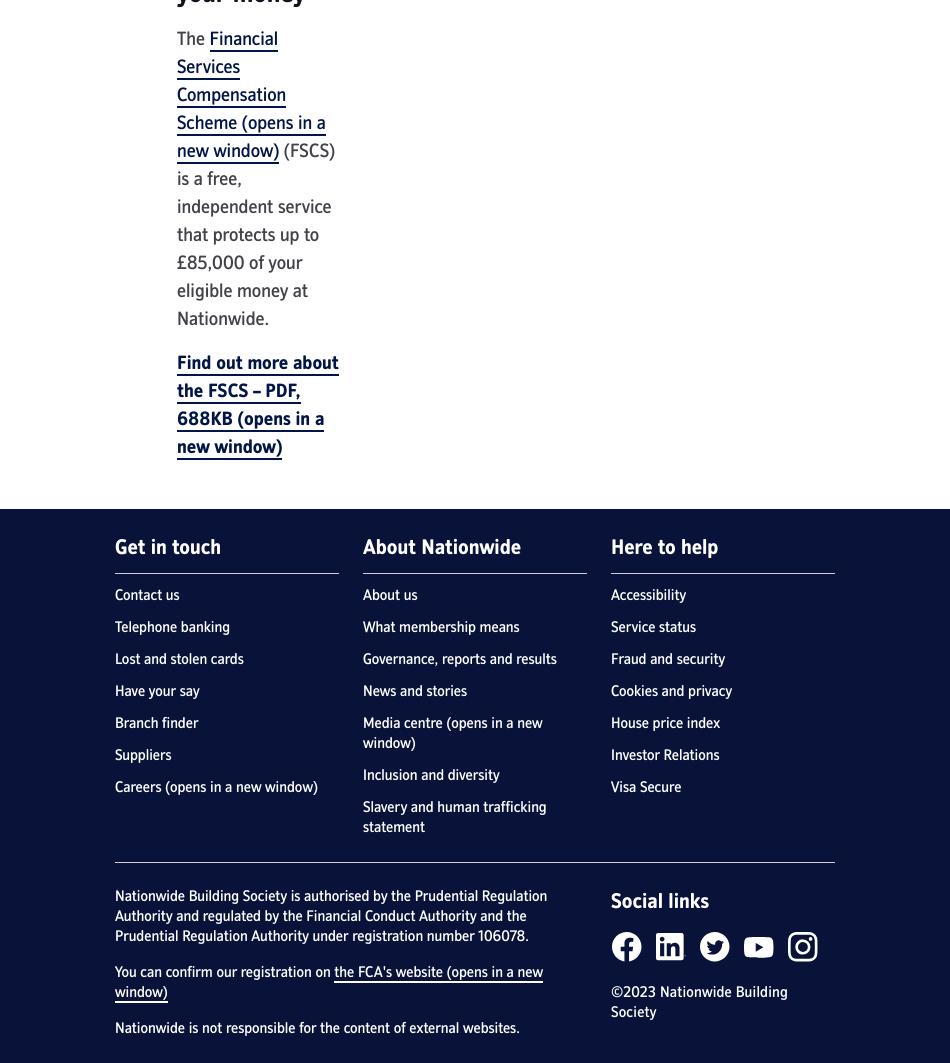  What do you see at coordinates (458, 658) in the screenshot?
I see `'Governance, reports and results'` at bounding box center [458, 658].